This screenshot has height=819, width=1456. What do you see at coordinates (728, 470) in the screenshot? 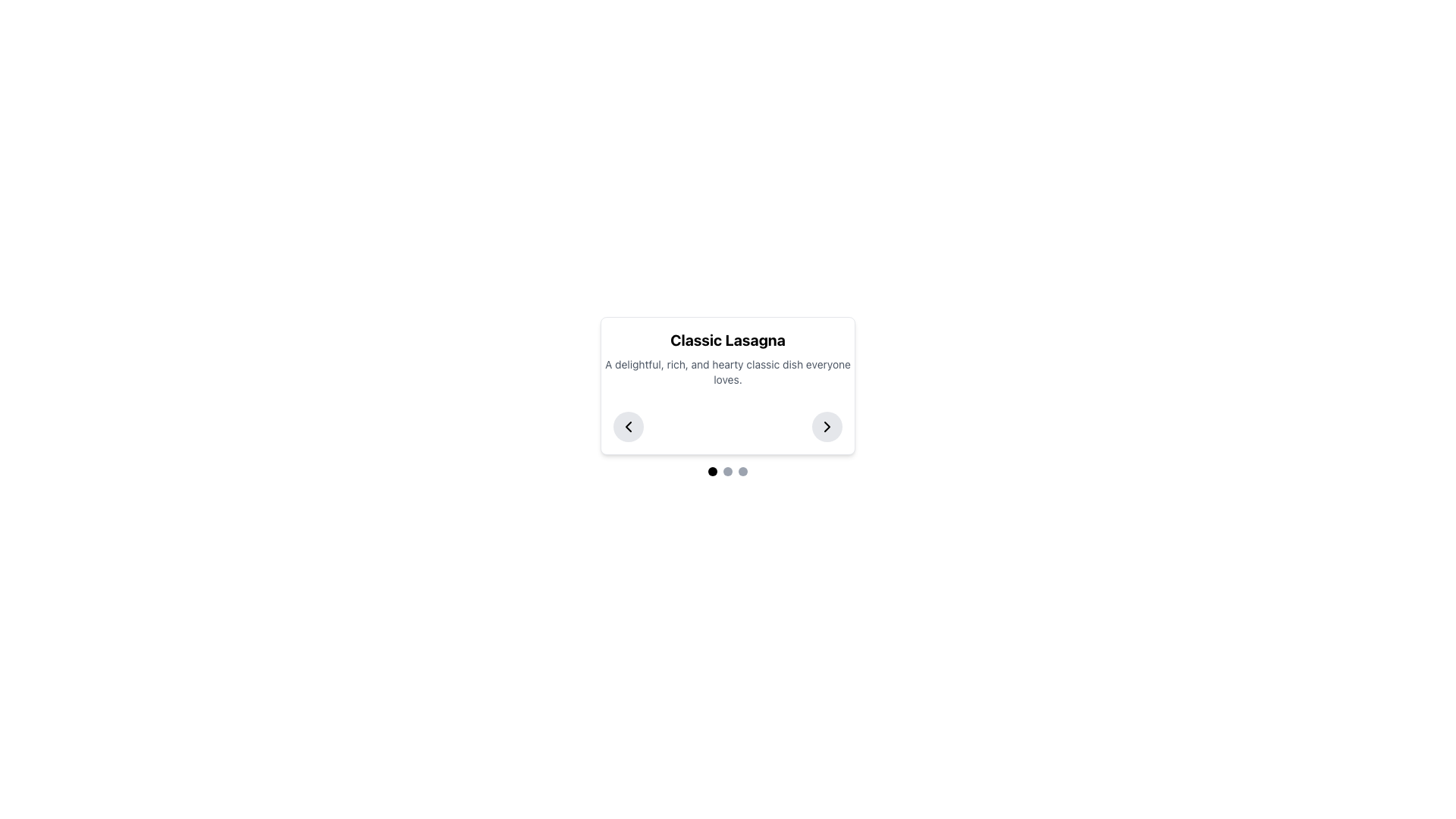
I see `the second gray circular indicator dot located below the 'Classic Lasagna' card in the interface` at bounding box center [728, 470].